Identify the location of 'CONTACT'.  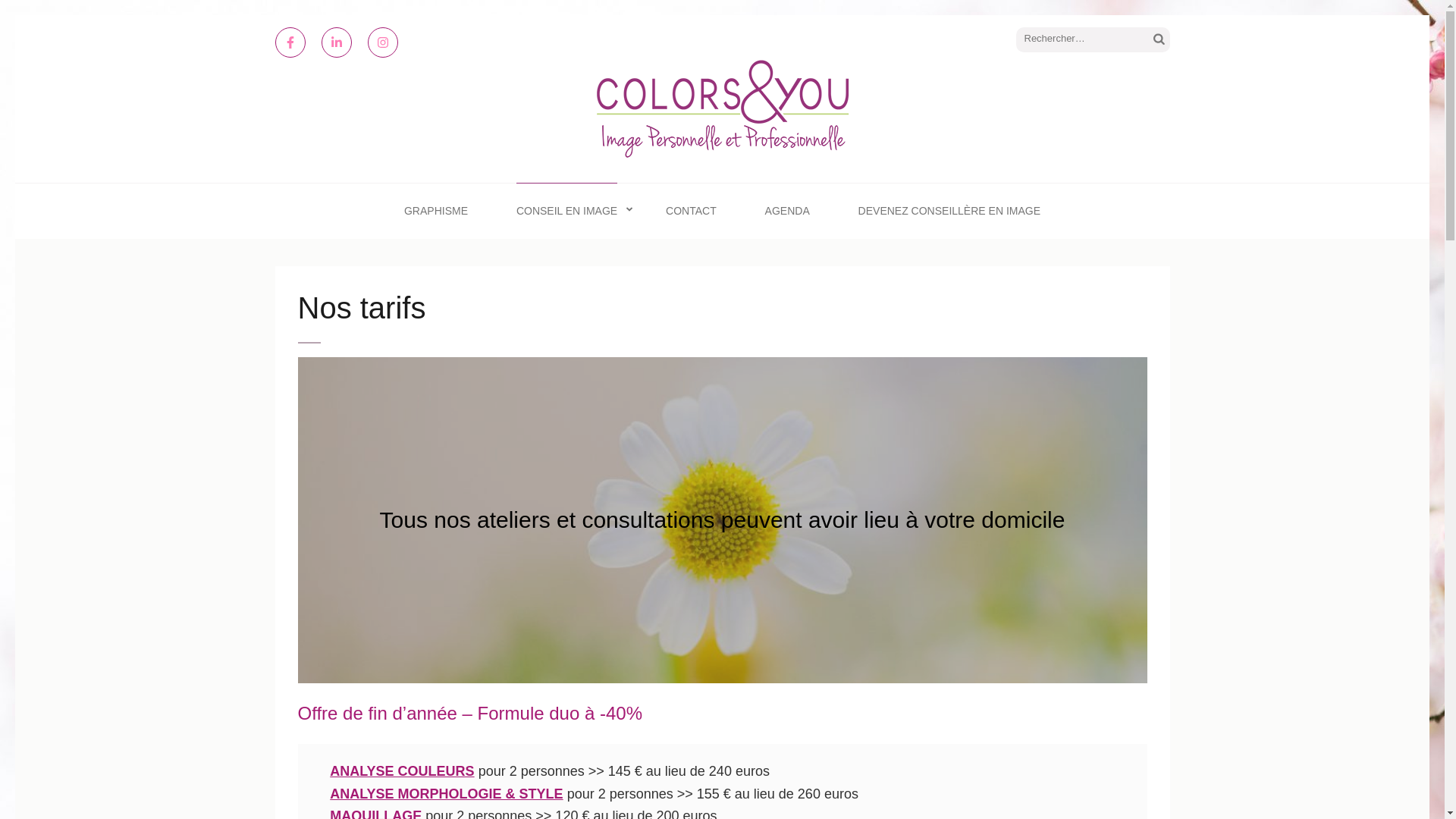
(690, 210).